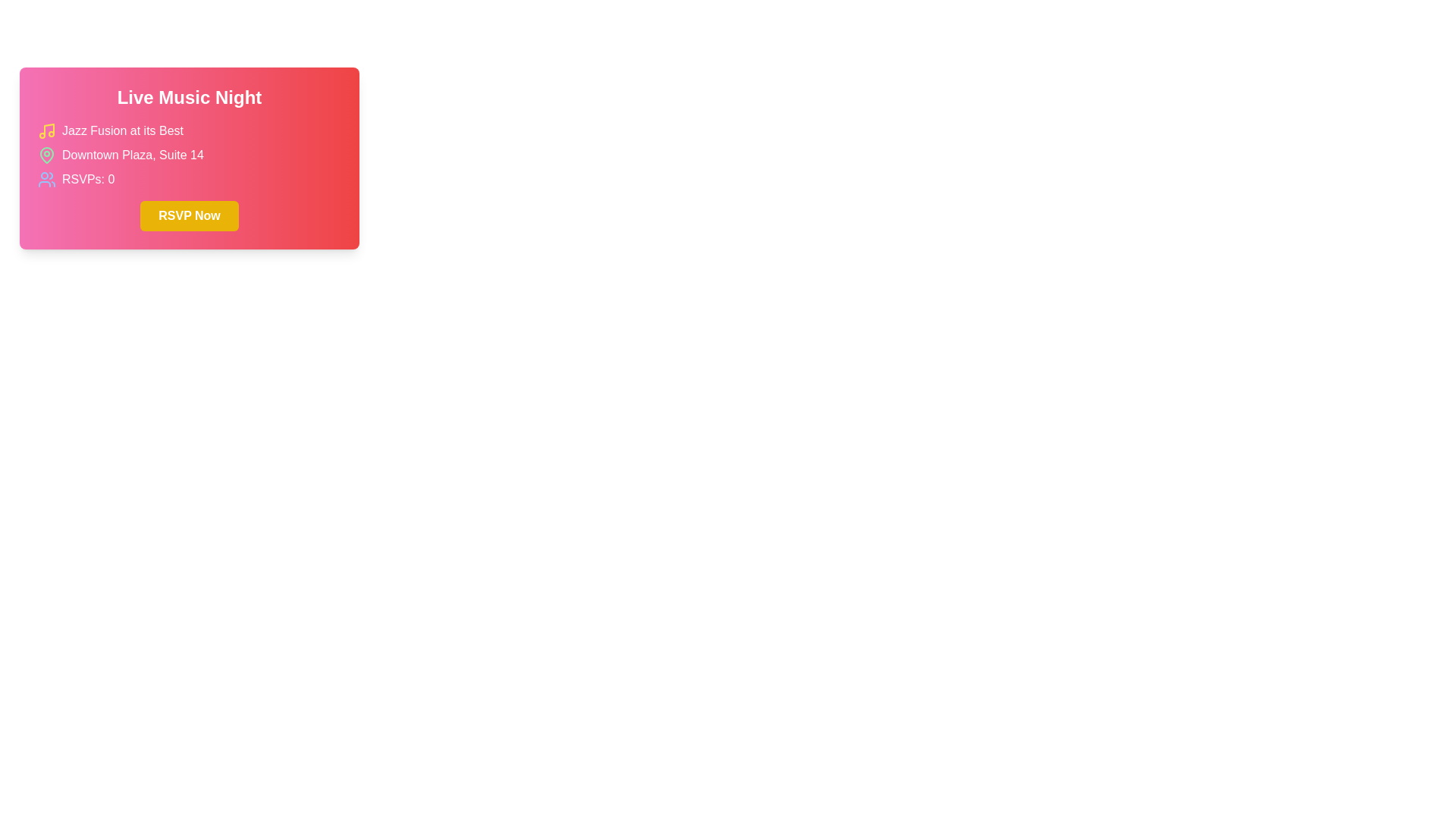 This screenshot has height=819, width=1456. I want to click on the small blue SVG icon depicting a group of users, located slightly to the left of the text 'RSVPs: 0' within the RSVP section of the event card, so click(47, 178).